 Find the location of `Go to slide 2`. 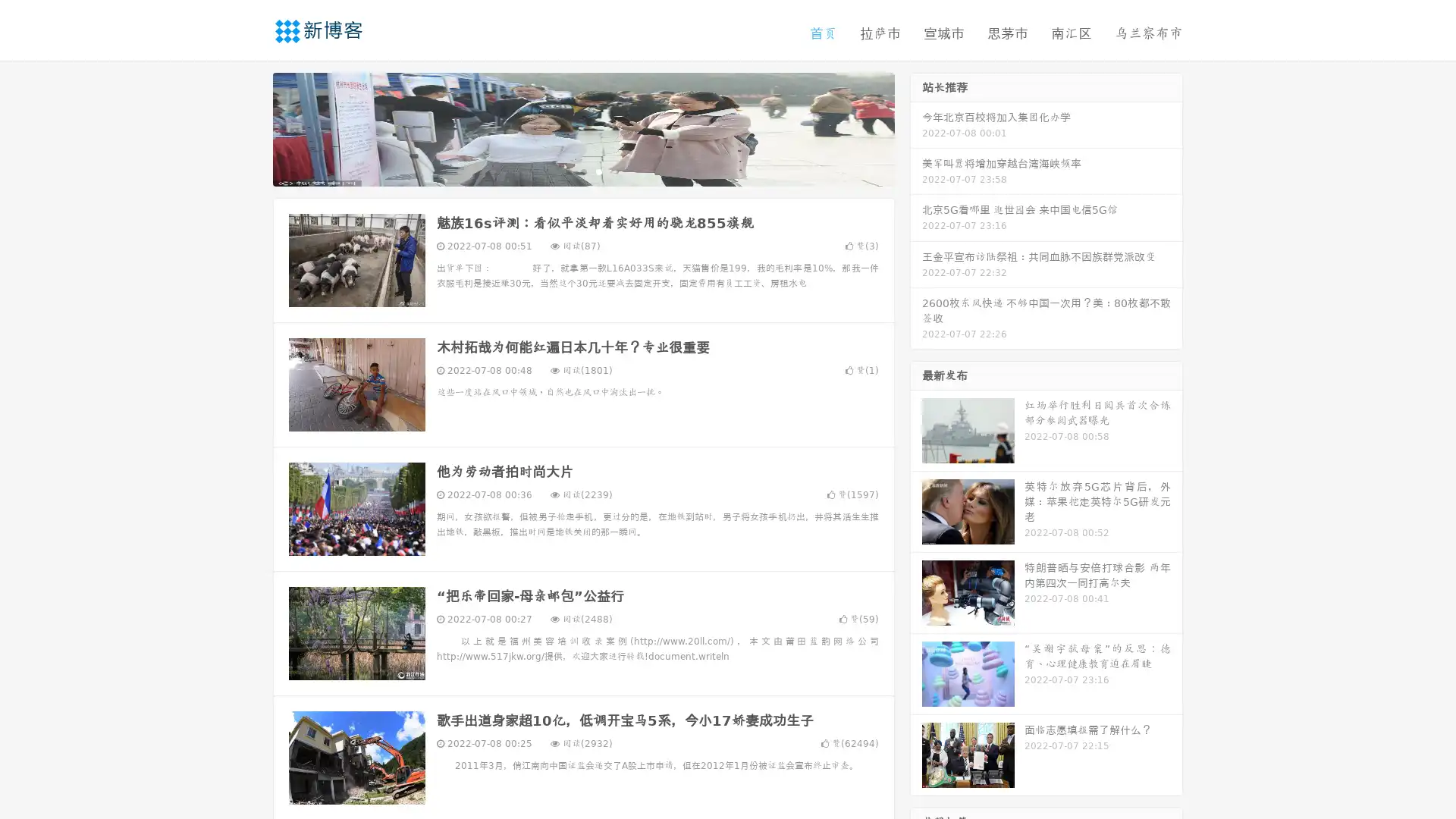

Go to slide 2 is located at coordinates (582, 171).